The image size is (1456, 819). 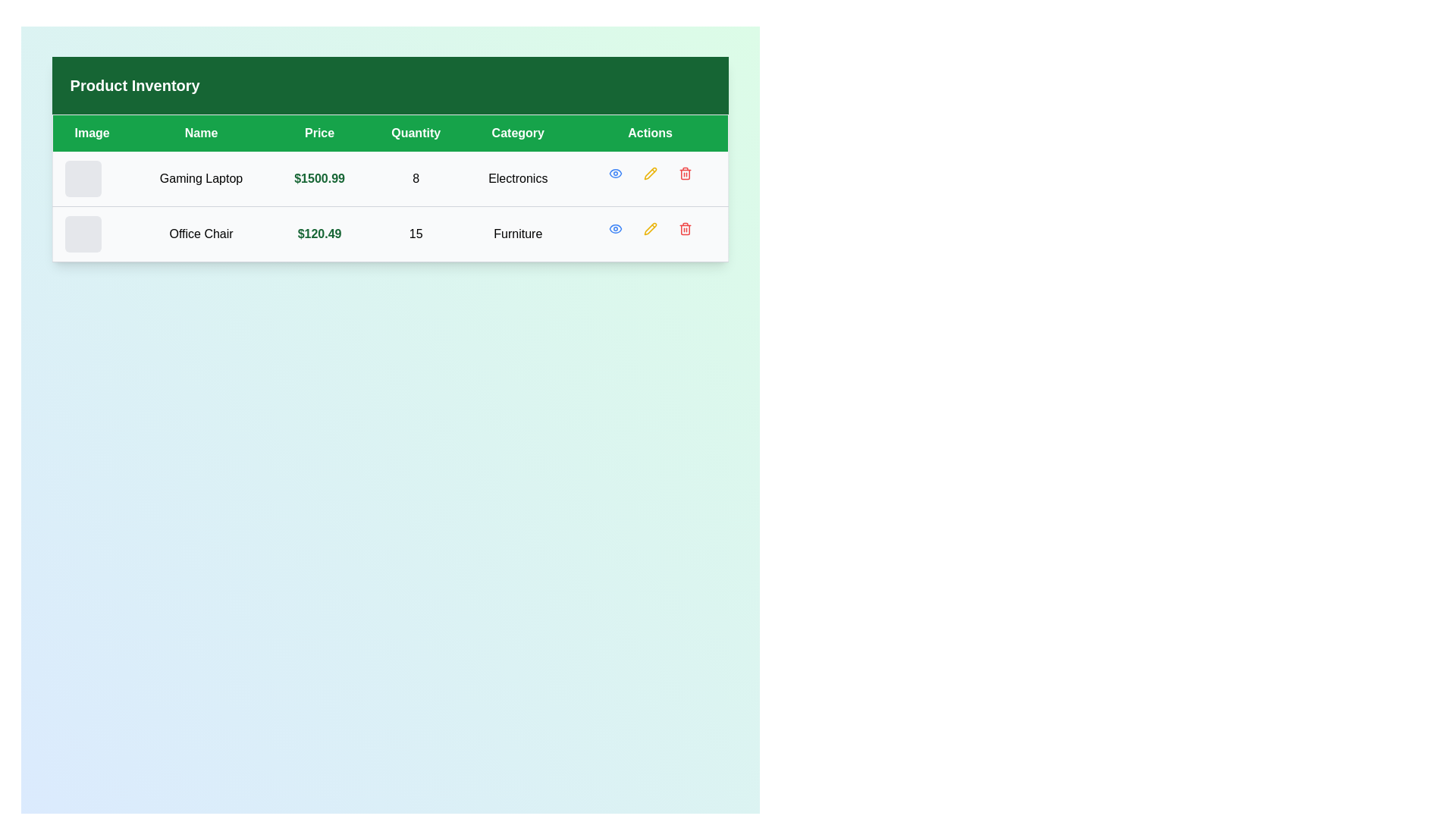 What do you see at coordinates (82, 234) in the screenshot?
I see `the placeholder element for the image of the 'Office Chair' located in the first column of the second row in the table` at bounding box center [82, 234].